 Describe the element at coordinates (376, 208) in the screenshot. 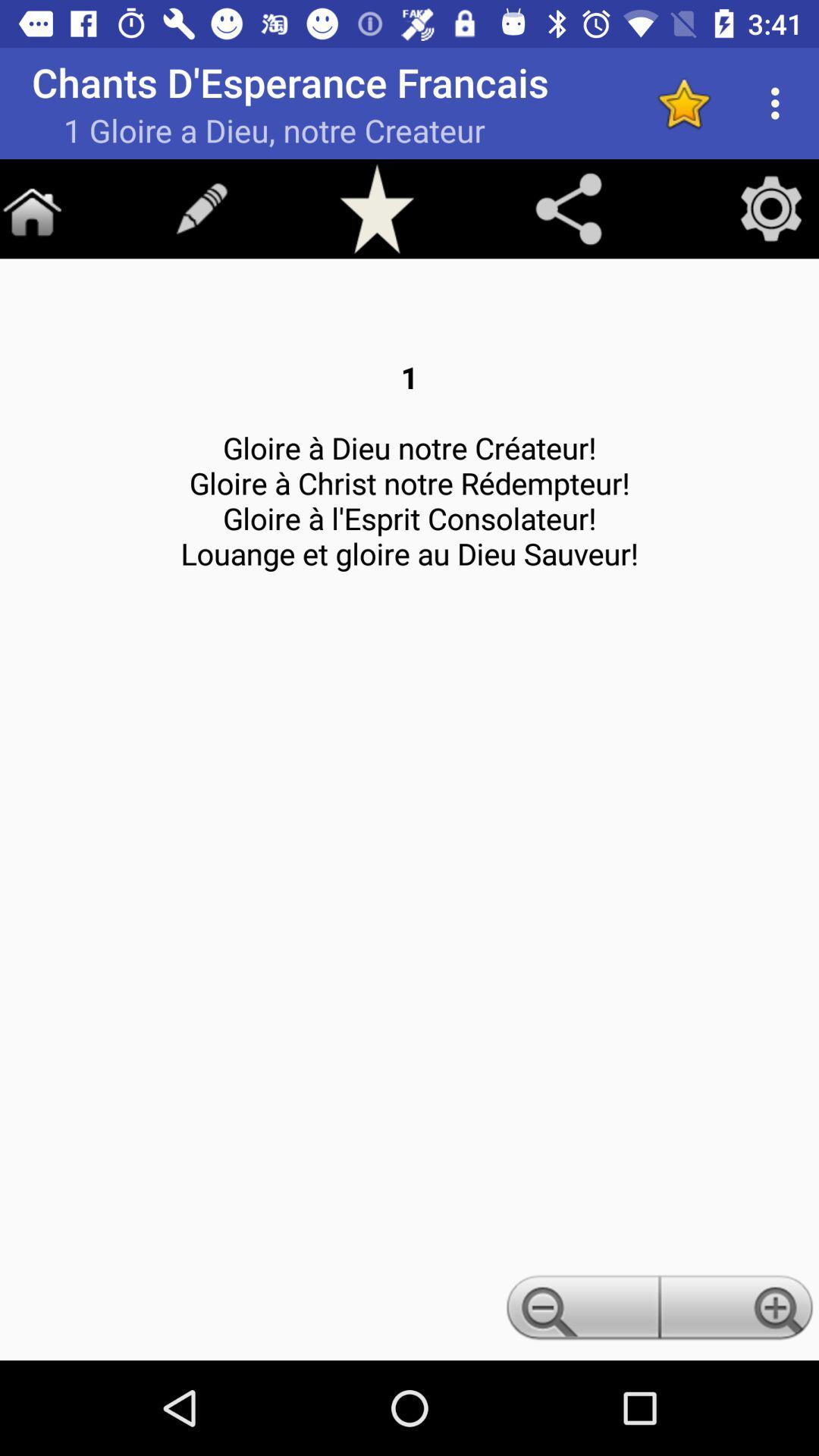

I see `the star button icon` at that location.